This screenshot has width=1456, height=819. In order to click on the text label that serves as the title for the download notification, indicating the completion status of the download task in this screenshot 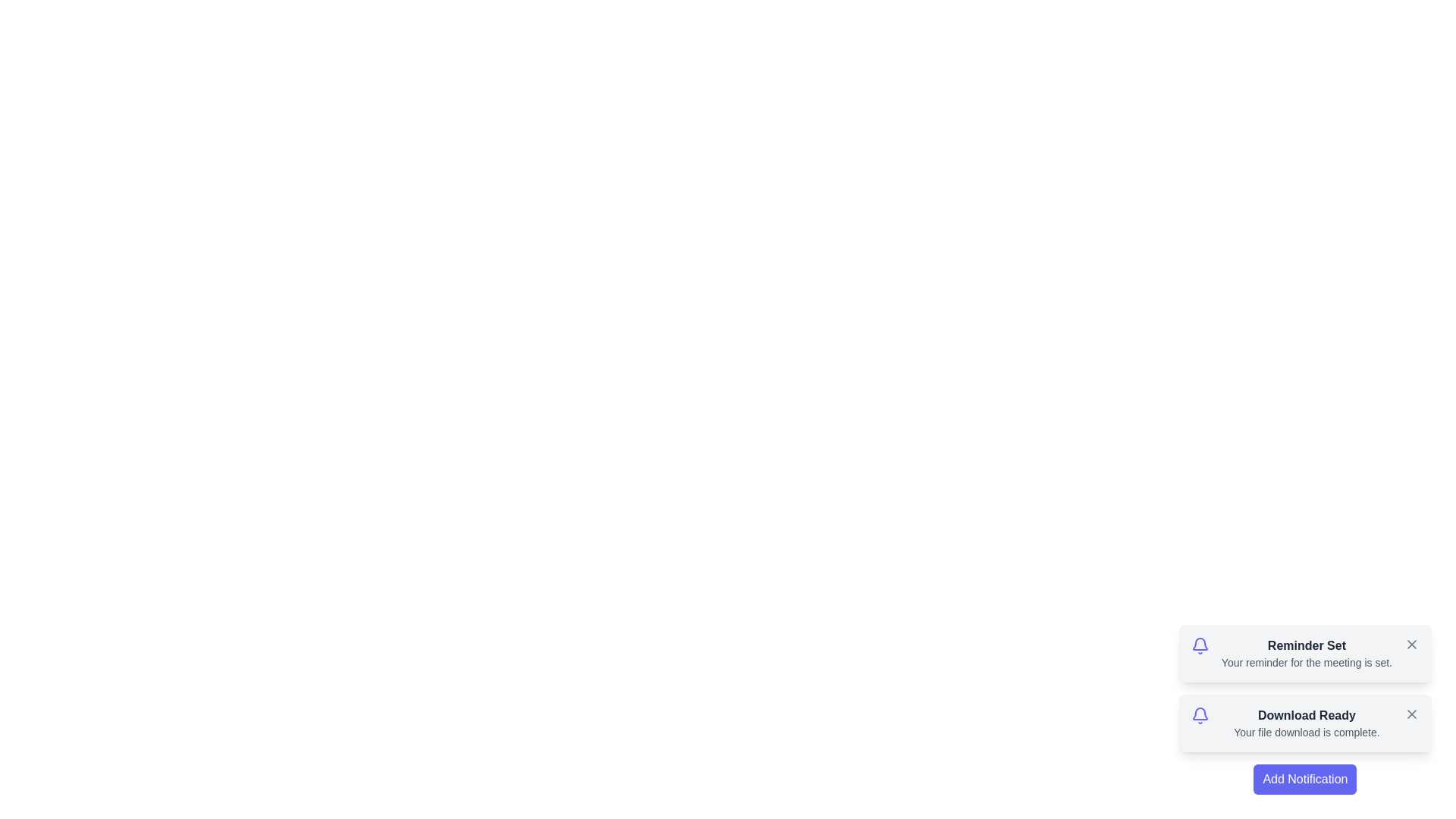, I will do `click(1306, 716)`.